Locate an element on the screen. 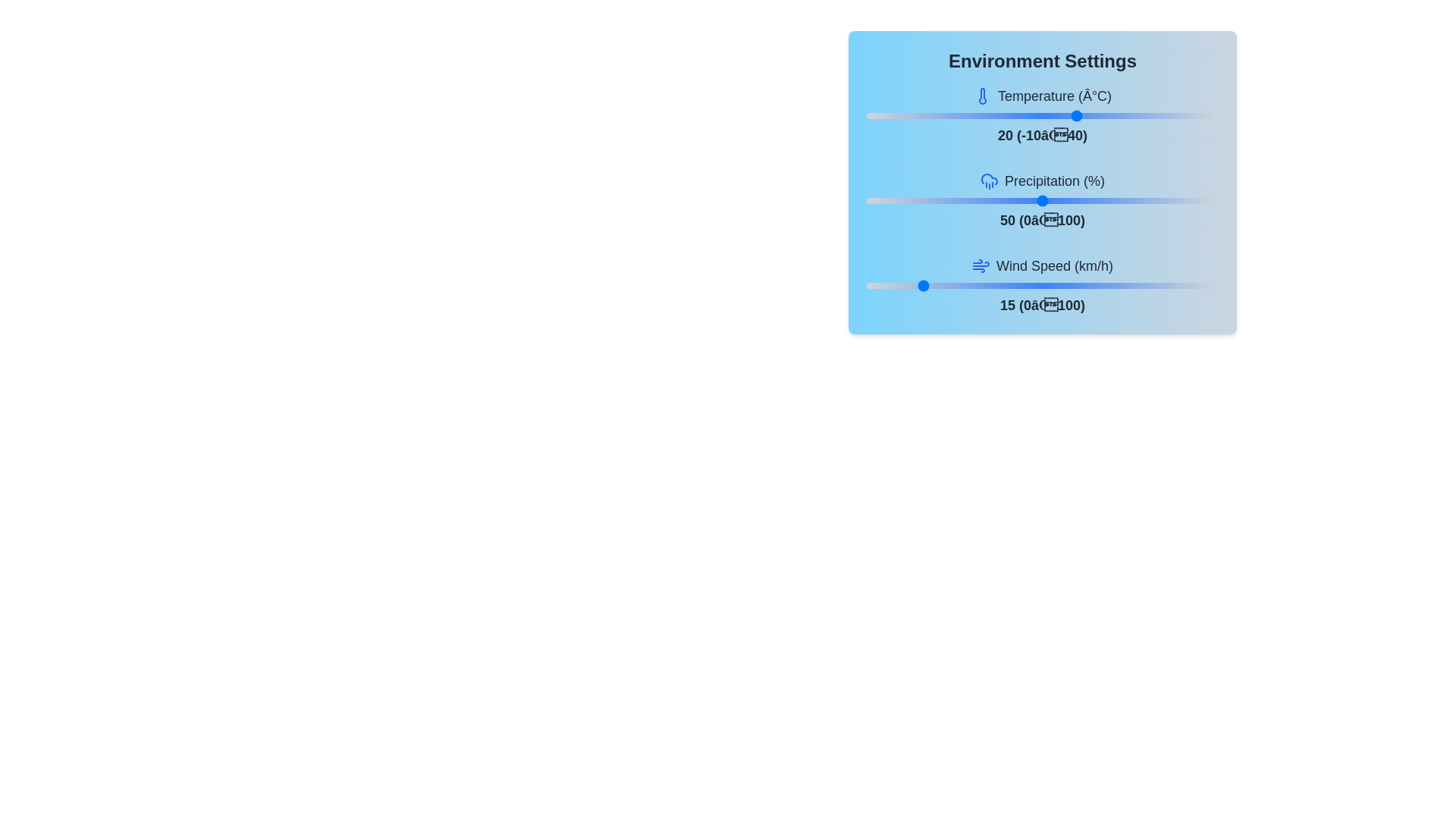 The height and width of the screenshot is (819, 1456). the Decorative icon representing precipitation, which is located to the left of the 'Precipitation (%)' text in the 'Environment Settings' section is located at coordinates (990, 178).